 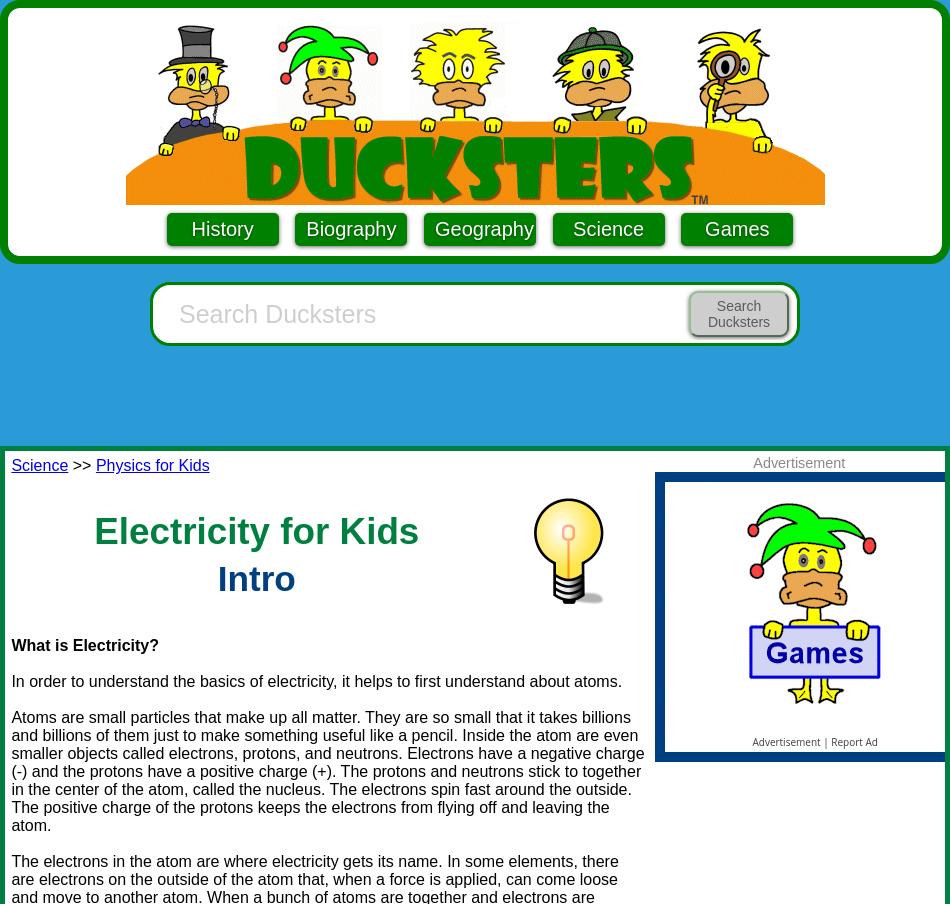 I want to click on 'Search Ducksters', so click(x=737, y=313).